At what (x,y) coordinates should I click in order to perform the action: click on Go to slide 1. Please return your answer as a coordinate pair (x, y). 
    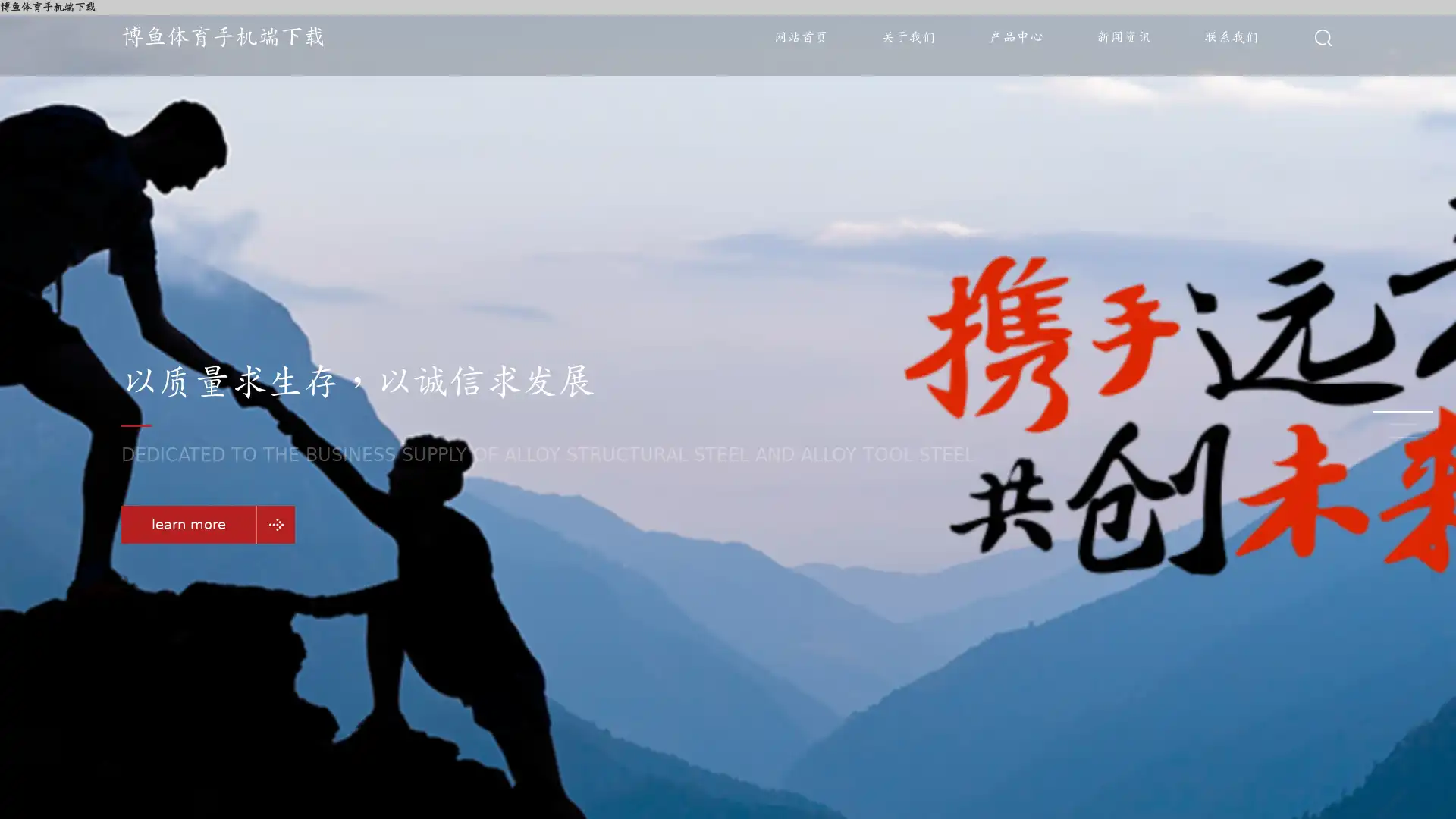
    Looking at the image, I should click on (1401, 412).